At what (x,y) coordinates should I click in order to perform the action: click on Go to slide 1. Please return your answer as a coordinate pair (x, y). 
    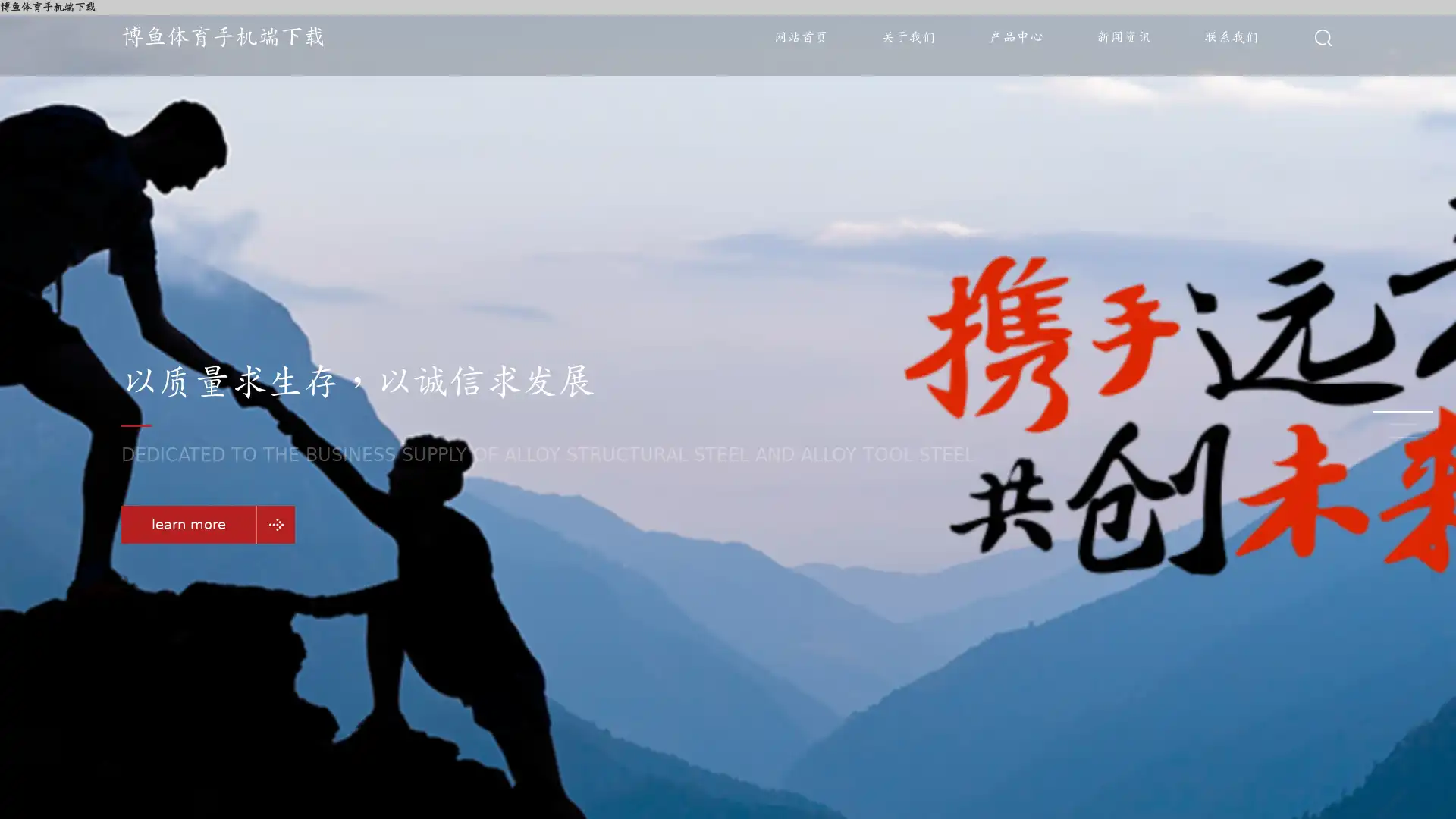
    Looking at the image, I should click on (1401, 412).